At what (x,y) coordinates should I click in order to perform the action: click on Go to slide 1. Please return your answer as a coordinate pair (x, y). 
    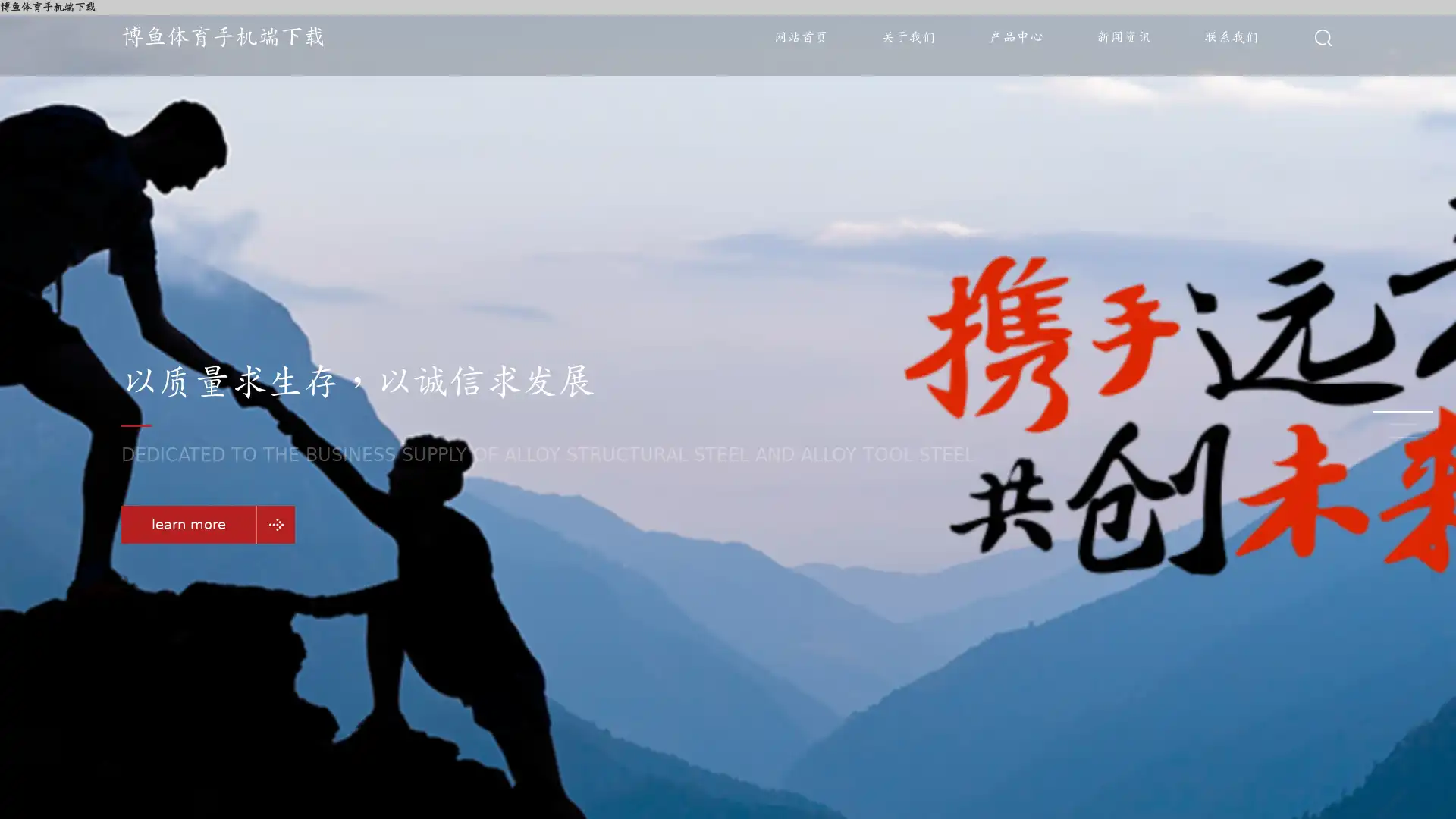
    Looking at the image, I should click on (1401, 412).